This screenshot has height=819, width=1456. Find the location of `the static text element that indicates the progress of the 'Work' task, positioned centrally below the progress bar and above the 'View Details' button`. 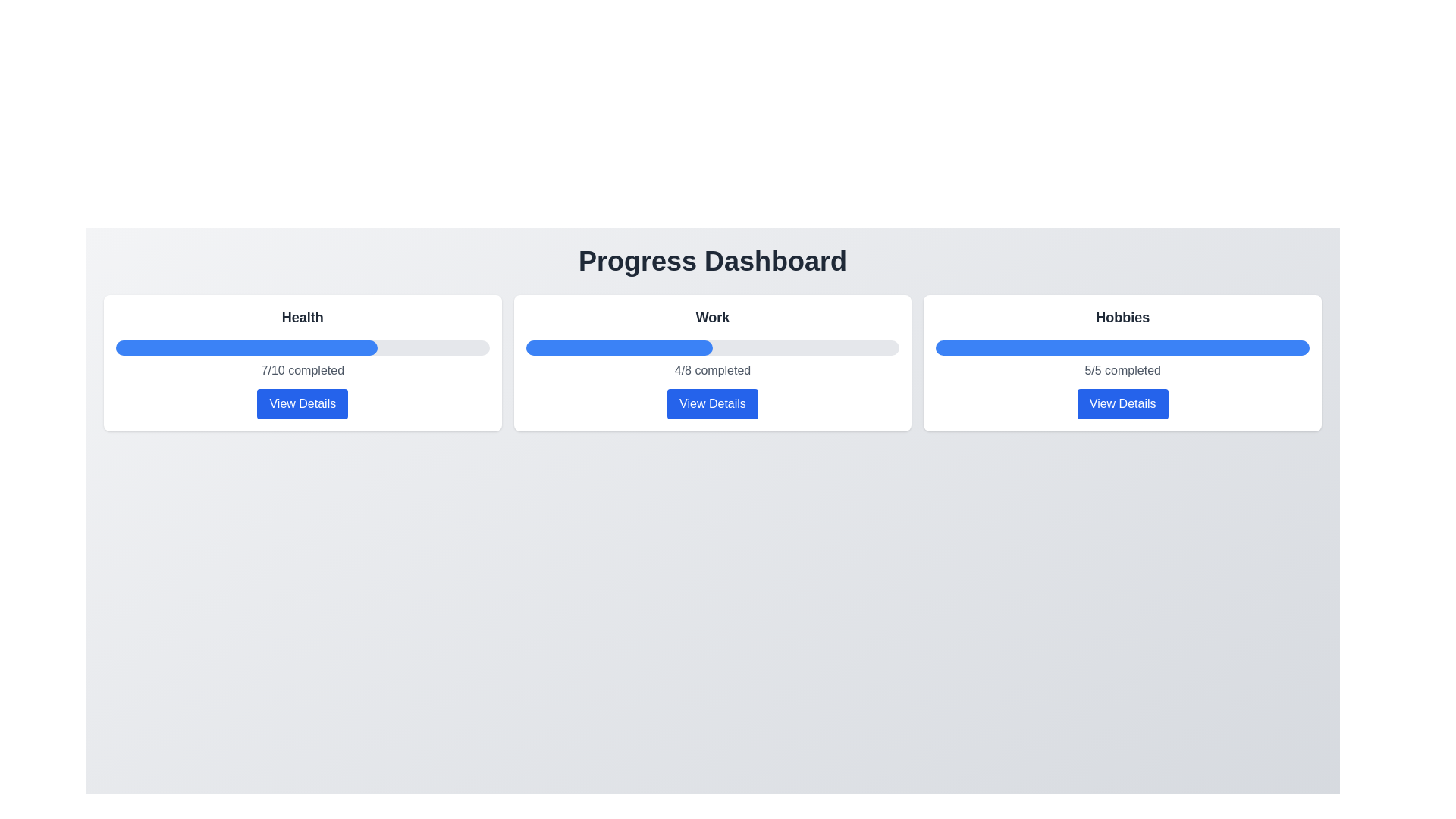

the static text element that indicates the progress of the 'Work' task, positioned centrally below the progress bar and above the 'View Details' button is located at coordinates (712, 371).